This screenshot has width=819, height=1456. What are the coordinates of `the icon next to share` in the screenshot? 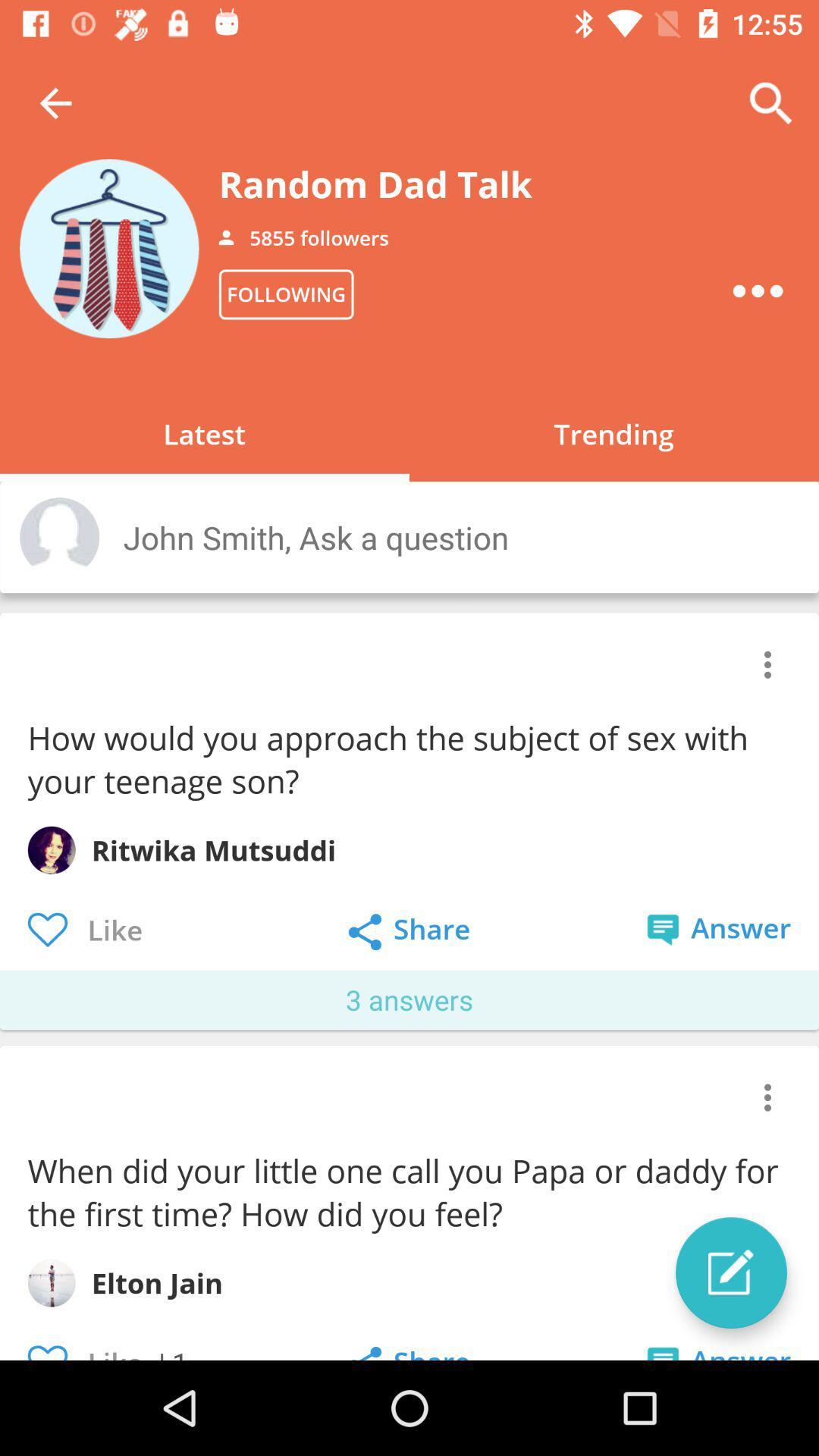 It's located at (730, 1272).